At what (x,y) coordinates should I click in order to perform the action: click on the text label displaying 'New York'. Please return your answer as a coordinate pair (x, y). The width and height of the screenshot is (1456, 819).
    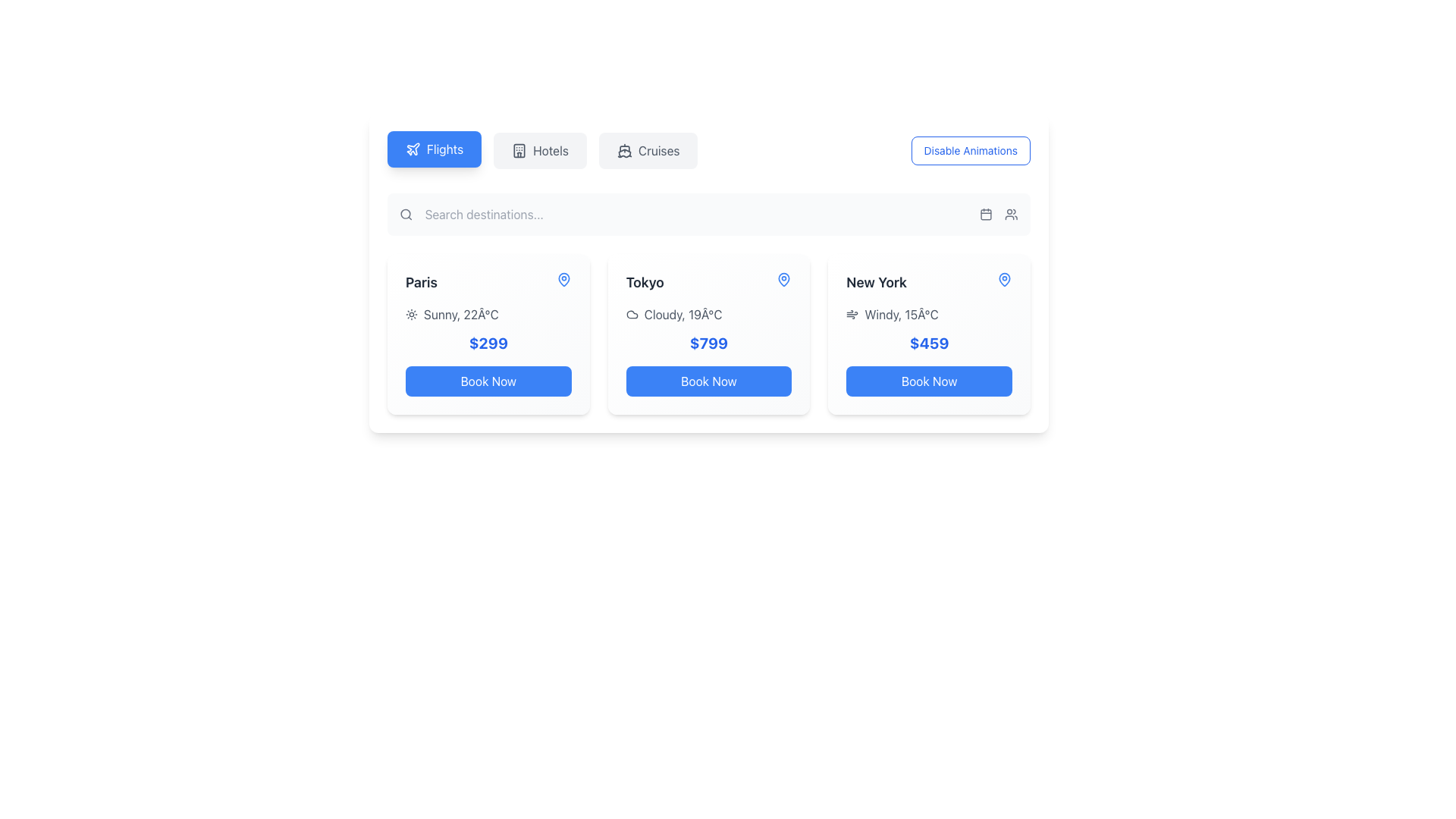
    Looking at the image, I should click on (877, 283).